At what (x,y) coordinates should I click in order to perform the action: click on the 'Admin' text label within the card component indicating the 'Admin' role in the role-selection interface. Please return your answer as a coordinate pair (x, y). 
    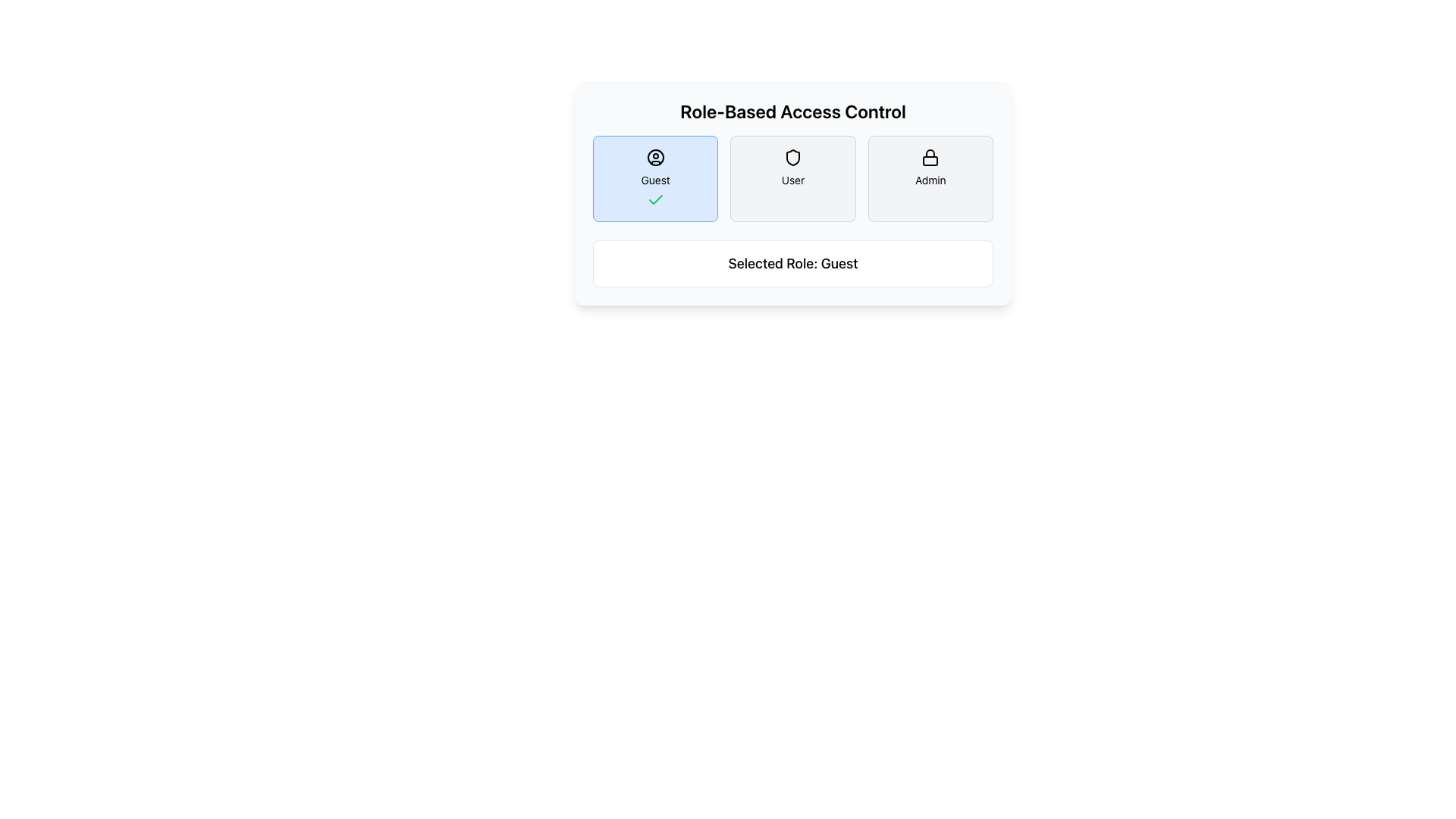
    Looking at the image, I should click on (930, 180).